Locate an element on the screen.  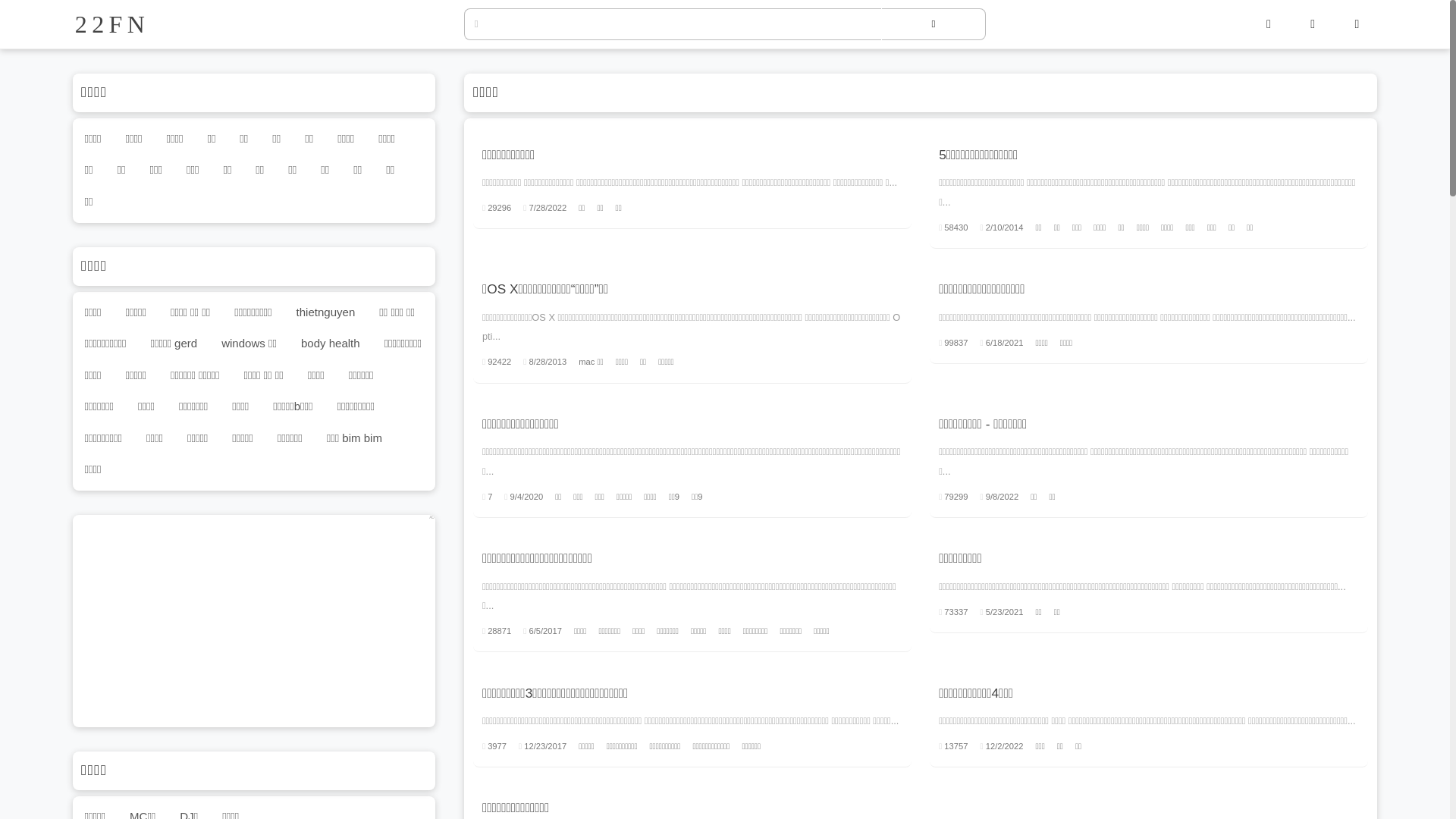
'Advertisement' is located at coordinates (254, 620).